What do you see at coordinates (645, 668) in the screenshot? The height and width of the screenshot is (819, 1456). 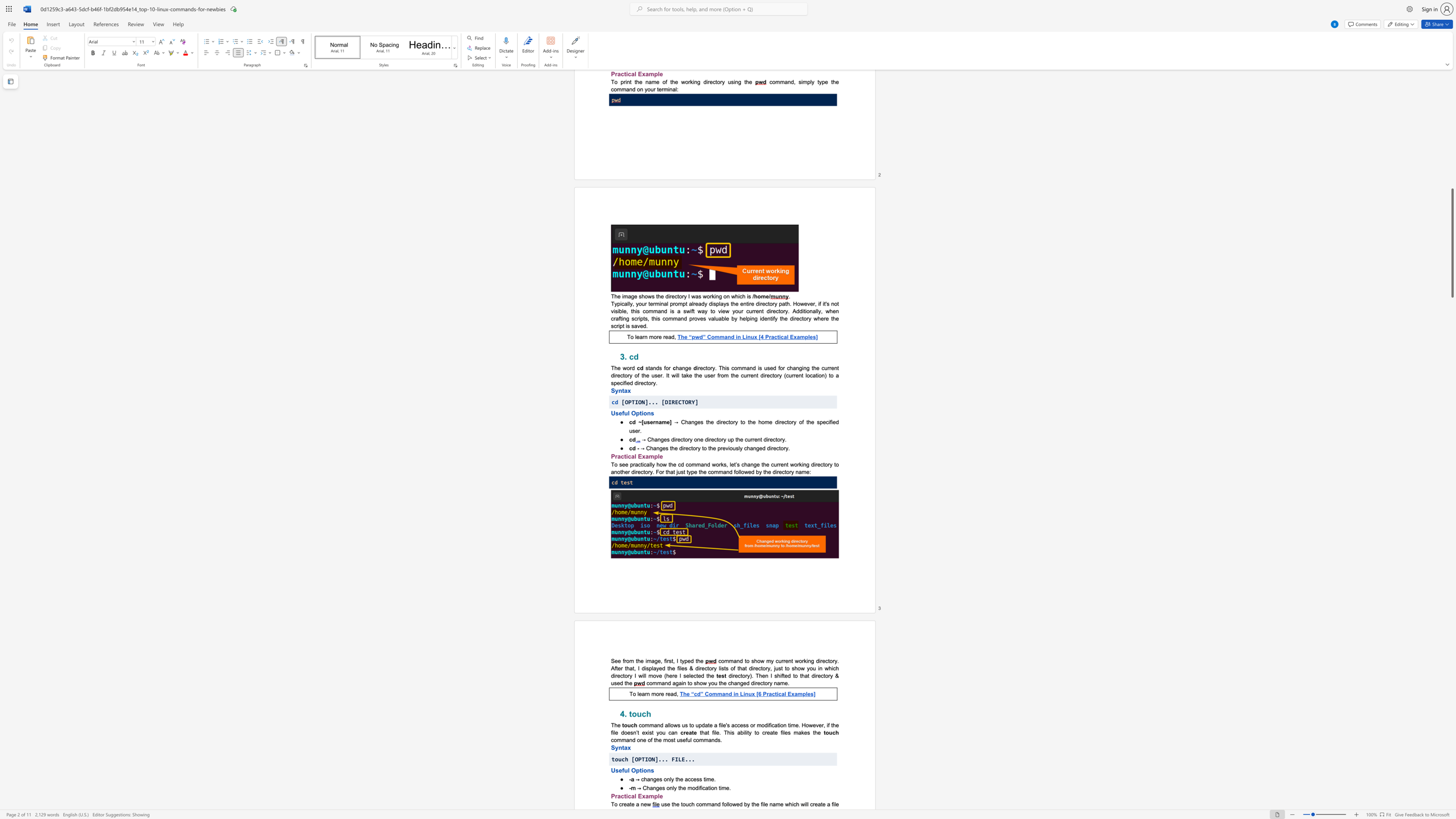 I see `the subset text "splayed the files & directory lists of that directory, just to show you in which directory I will" within the text "command to show my current working directory. After that, I displayed the files & directory lists of that directory, just to show you in which directory I will move (here I selected the"` at bounding box center [645, 668].